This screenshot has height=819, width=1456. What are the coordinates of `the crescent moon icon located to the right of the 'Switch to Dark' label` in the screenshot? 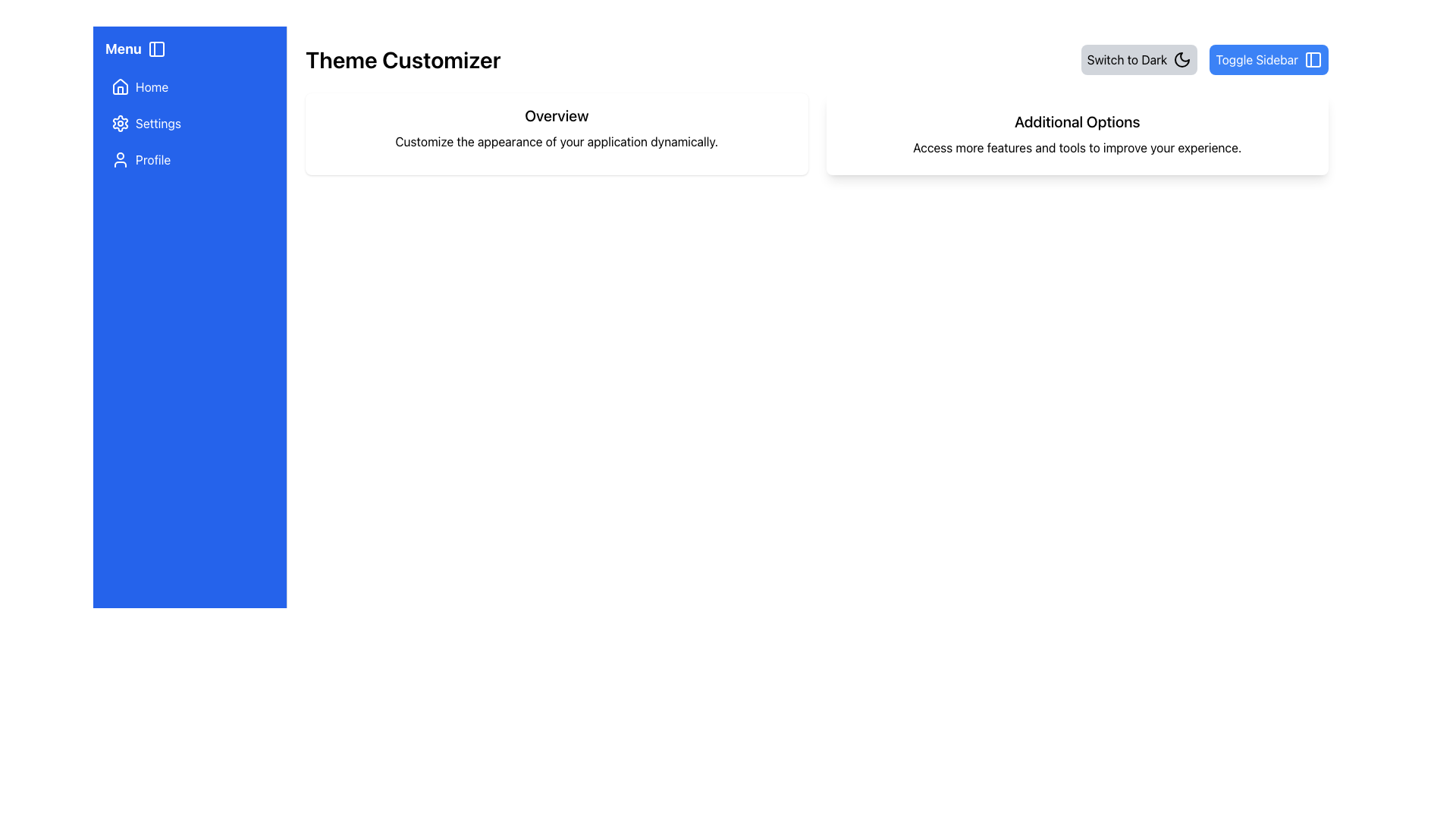 It's located at (1181, 58).